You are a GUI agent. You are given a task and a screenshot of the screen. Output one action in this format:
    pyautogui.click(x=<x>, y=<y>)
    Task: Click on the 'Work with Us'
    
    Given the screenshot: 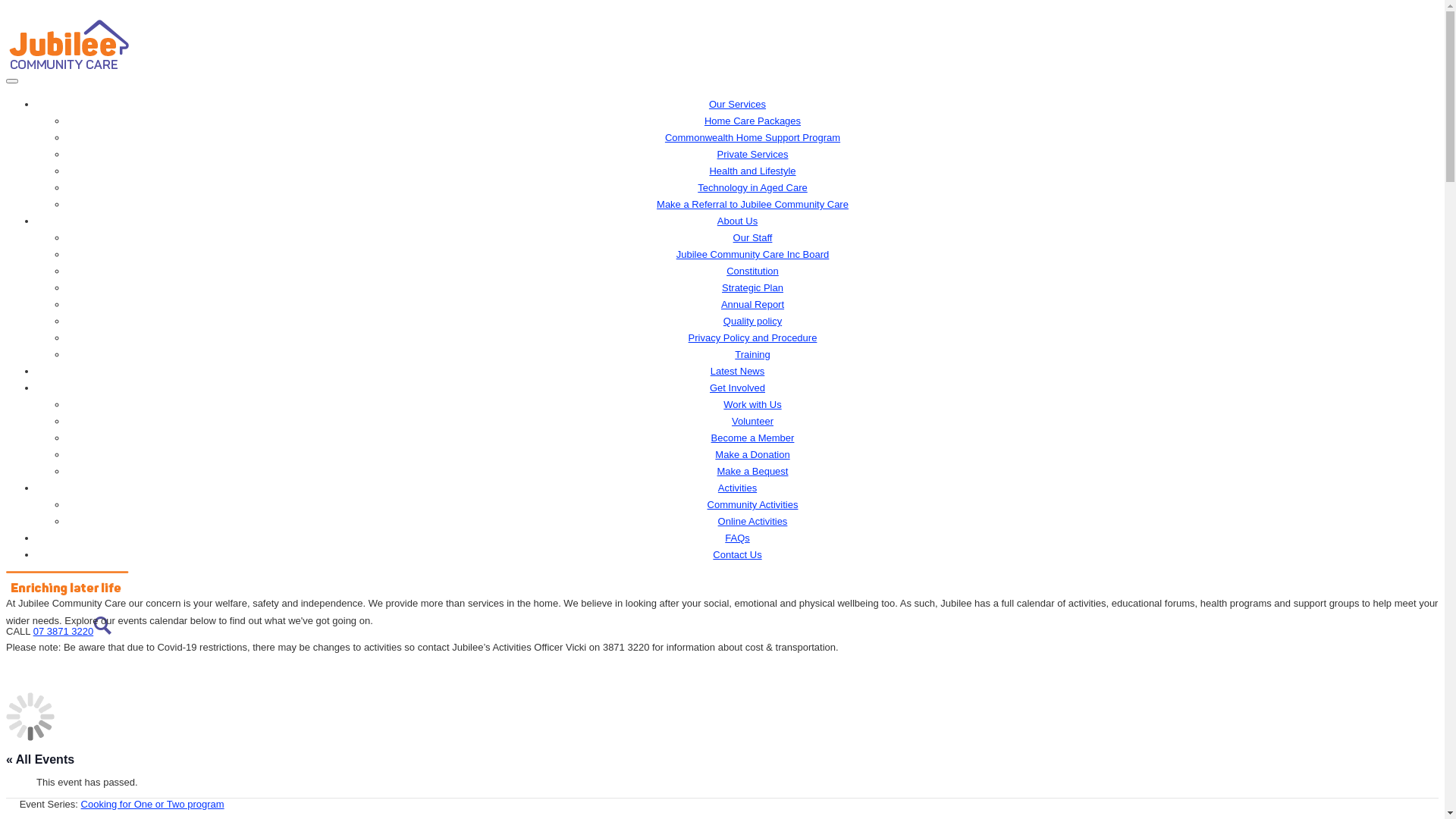 What is the action you would take?
    pyautogui.click(x=752, y=403)
    